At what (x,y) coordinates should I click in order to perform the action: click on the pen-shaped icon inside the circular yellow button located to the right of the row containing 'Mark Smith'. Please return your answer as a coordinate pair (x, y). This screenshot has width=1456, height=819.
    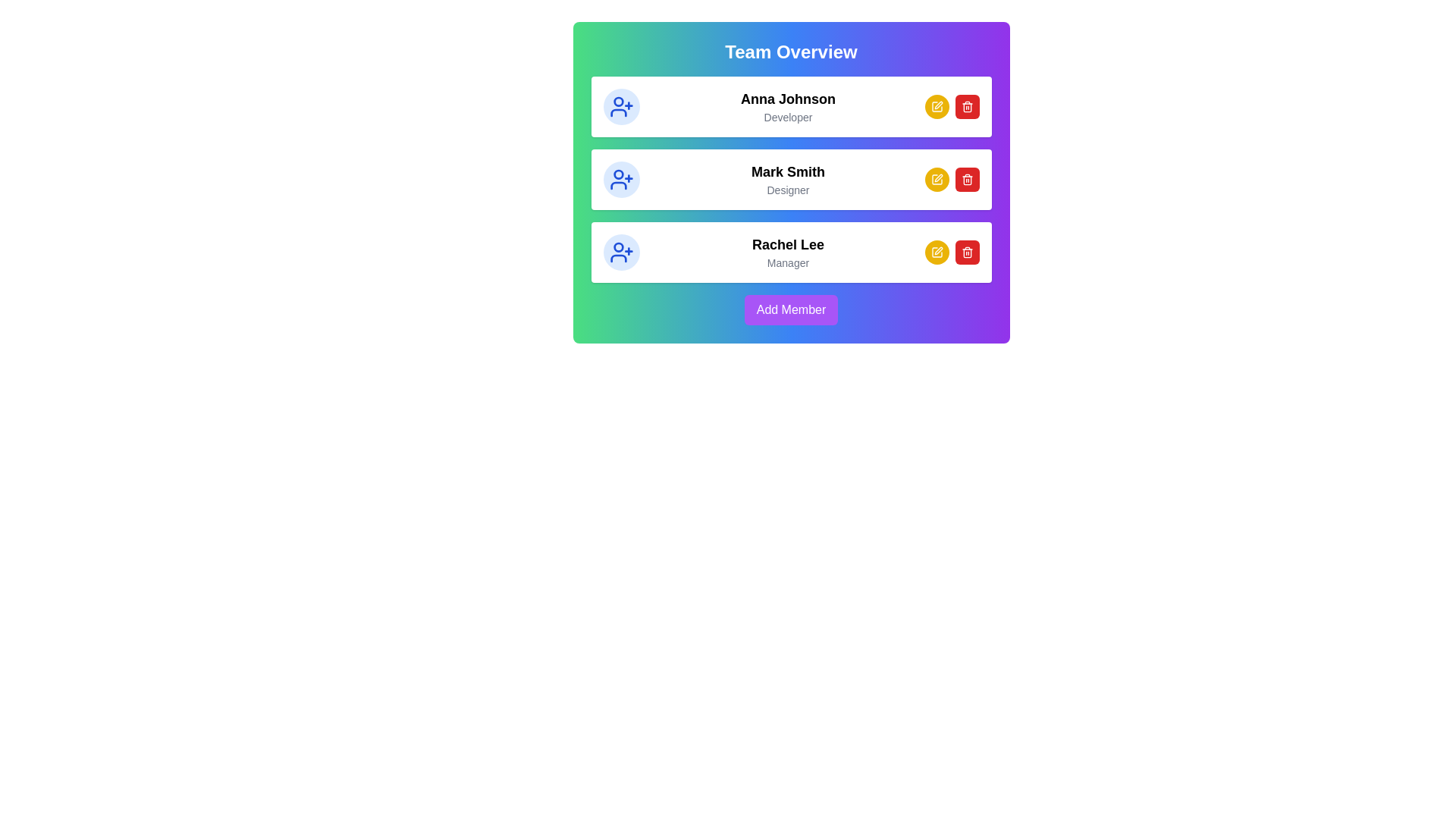
    Looking at the image, I should click on (935, 178).